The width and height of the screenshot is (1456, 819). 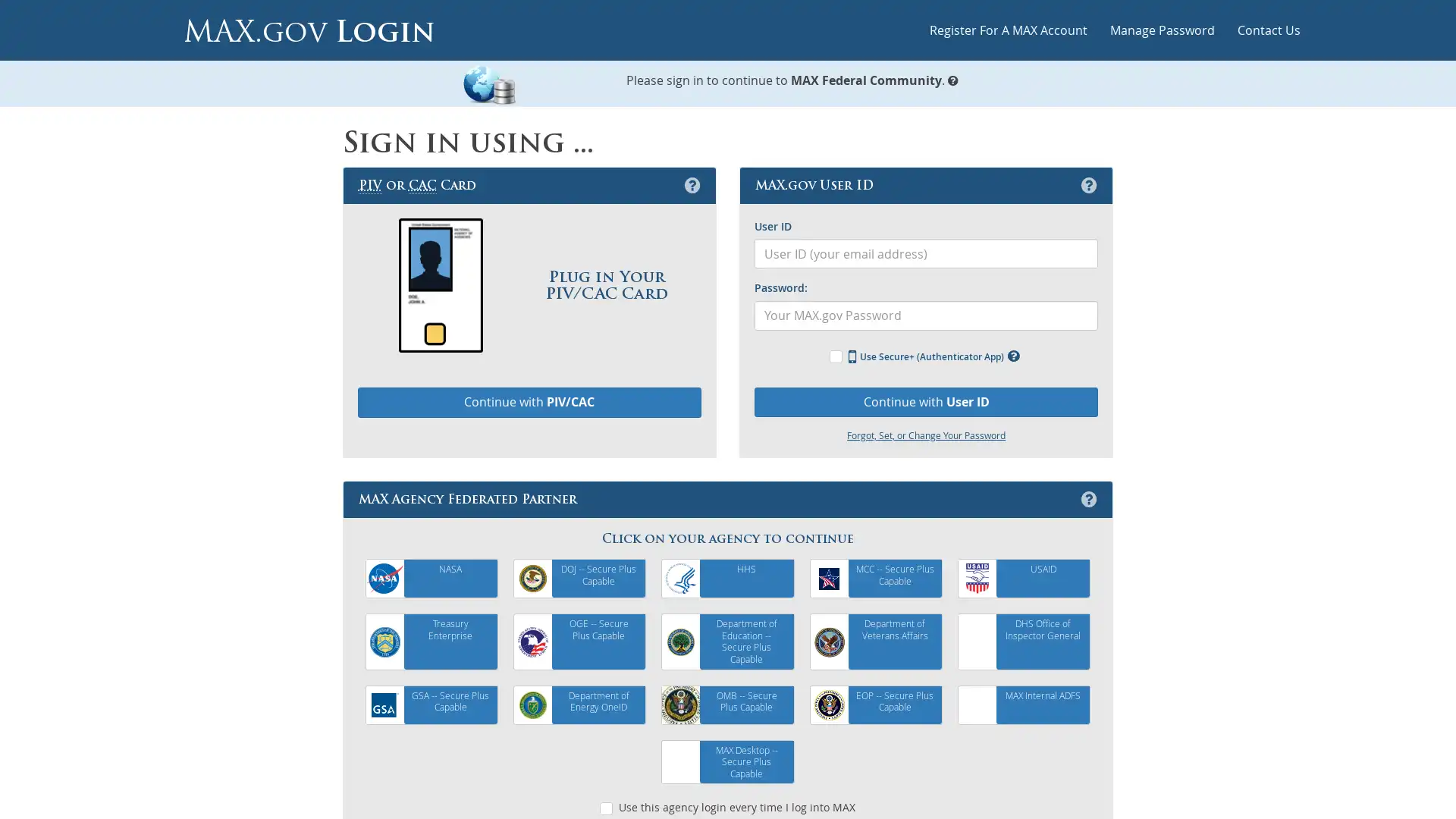 I want to click on MAX Agency Federated Partner, so click(x=1088, y=499).